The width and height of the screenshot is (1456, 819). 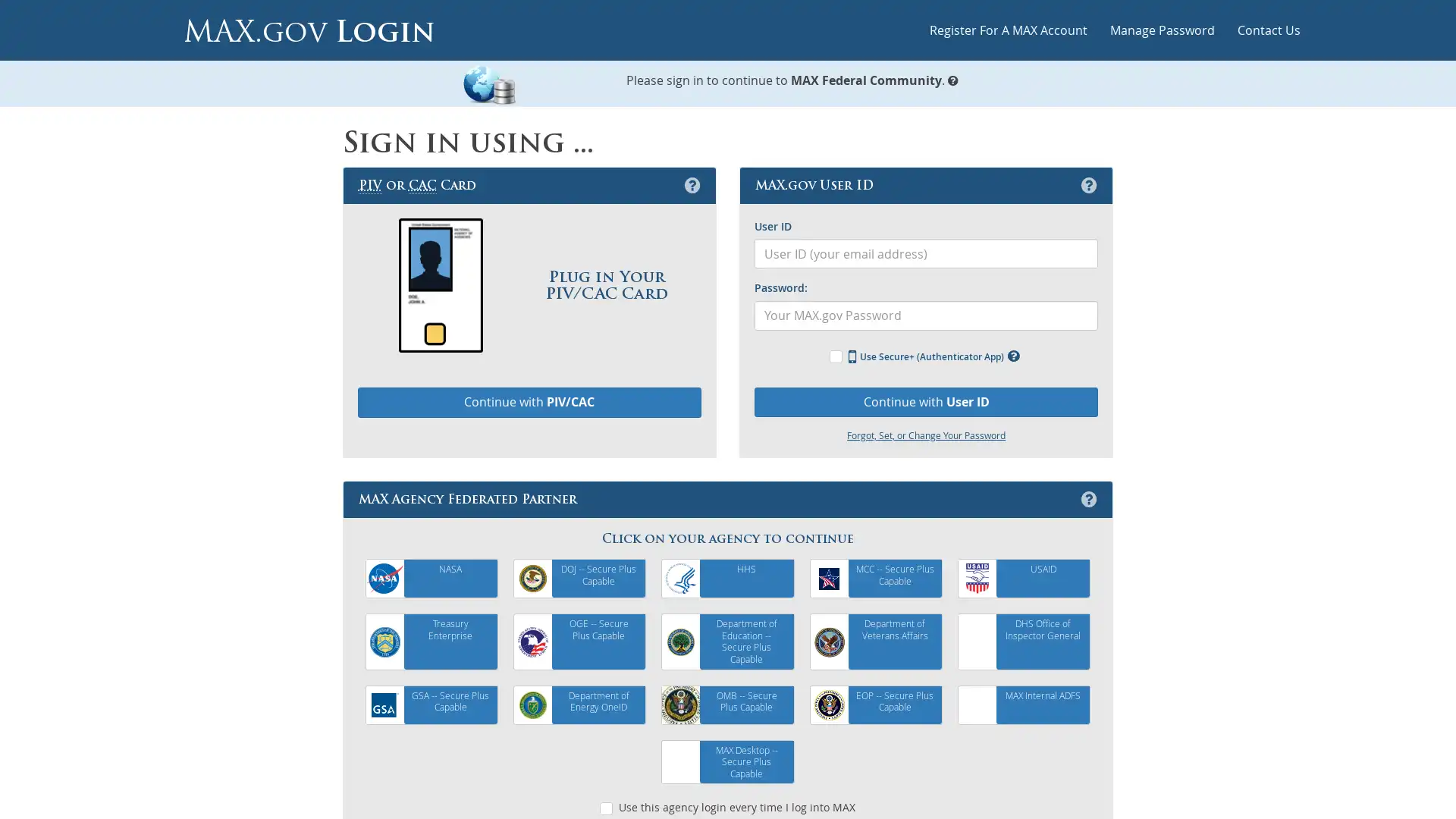 I want to click on MAX Agency Federated Partner, so click(x=1088, y=499).